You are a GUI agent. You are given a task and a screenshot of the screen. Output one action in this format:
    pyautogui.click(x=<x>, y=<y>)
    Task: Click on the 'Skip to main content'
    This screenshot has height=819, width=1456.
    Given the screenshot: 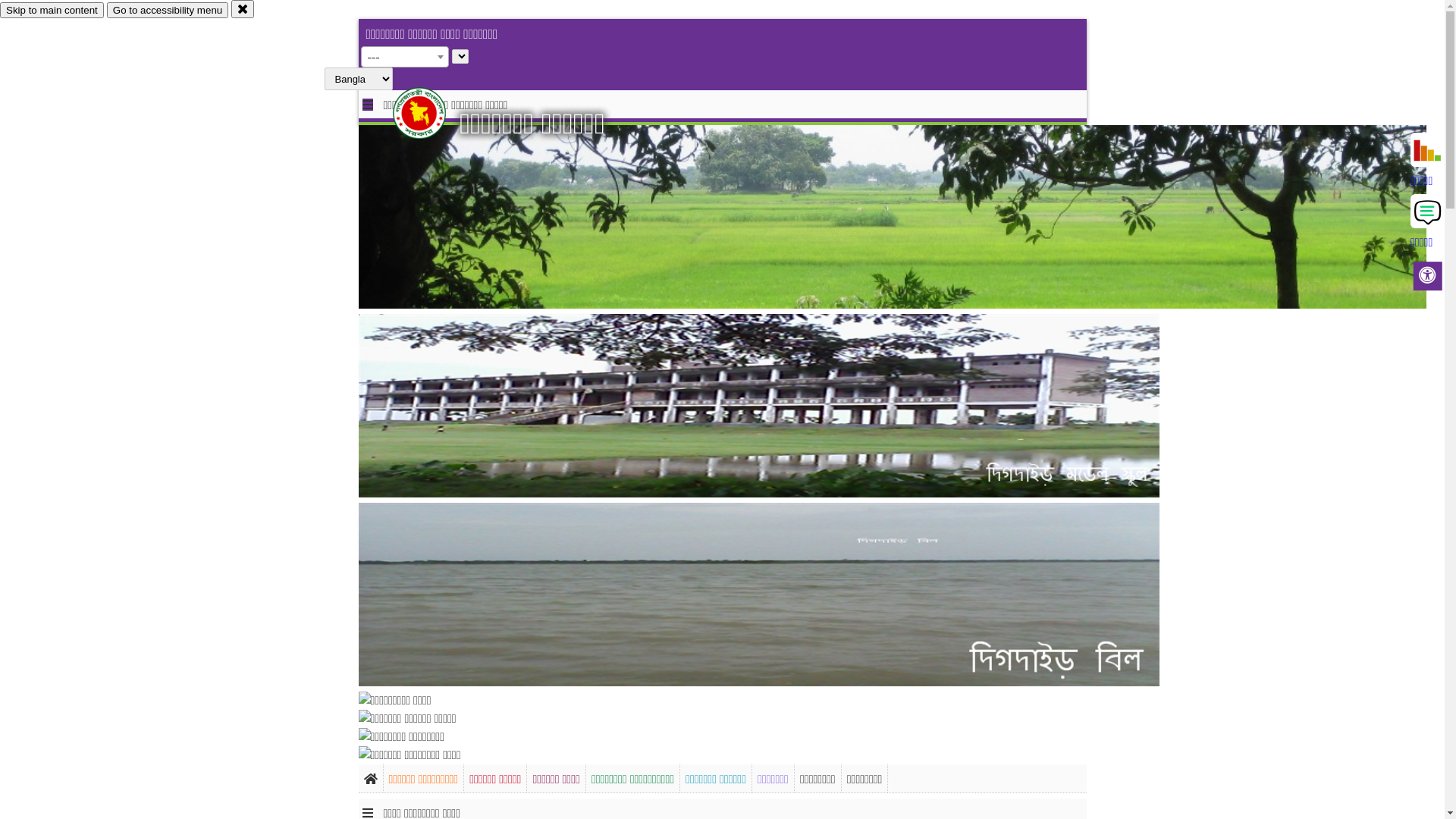 What is the action you would take?
    pyautogui.click(x=52, y=10)
    